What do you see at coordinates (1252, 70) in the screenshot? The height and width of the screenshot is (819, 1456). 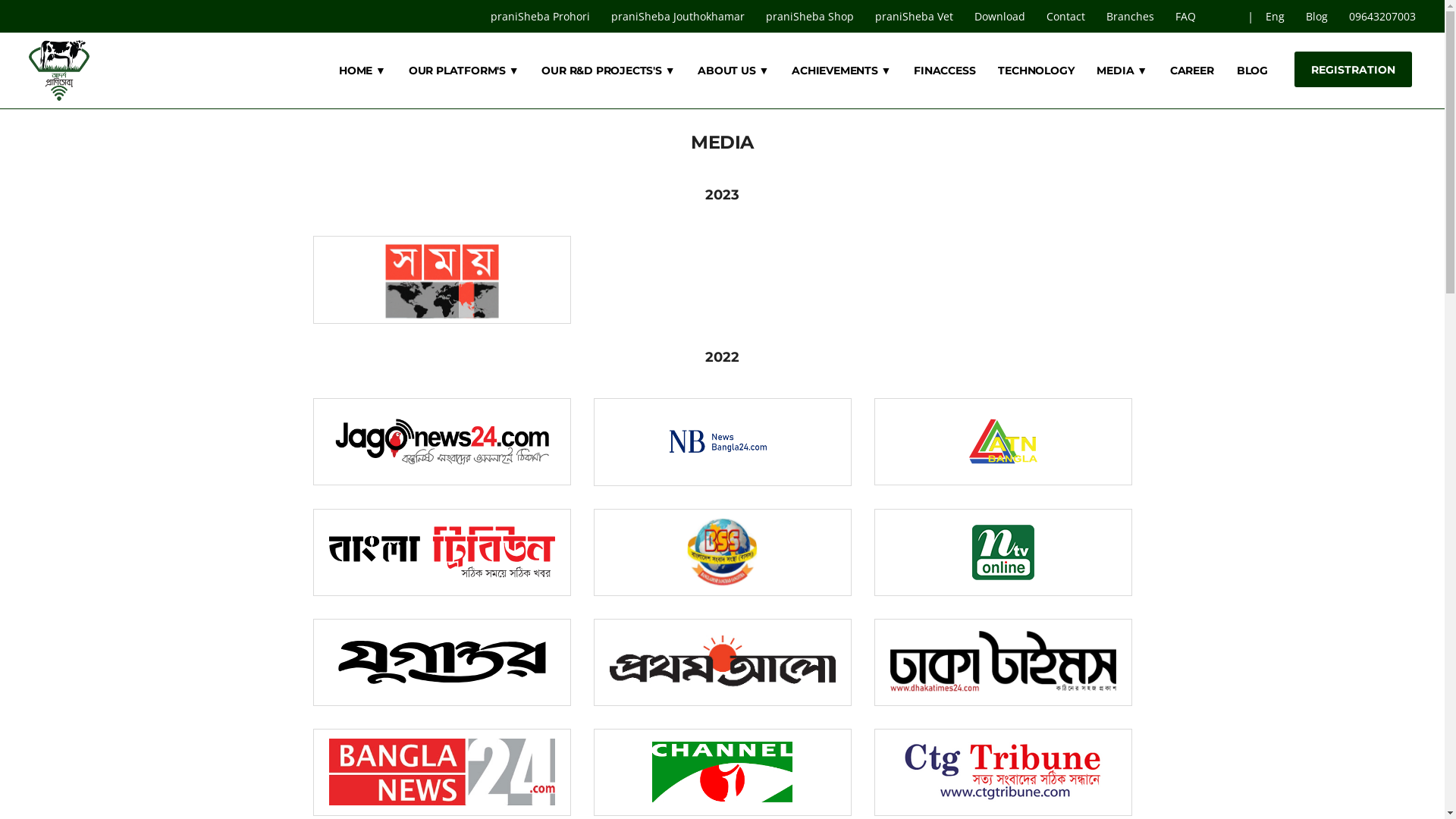 I see `'BLOG'` at bounding box center [1252, 70].